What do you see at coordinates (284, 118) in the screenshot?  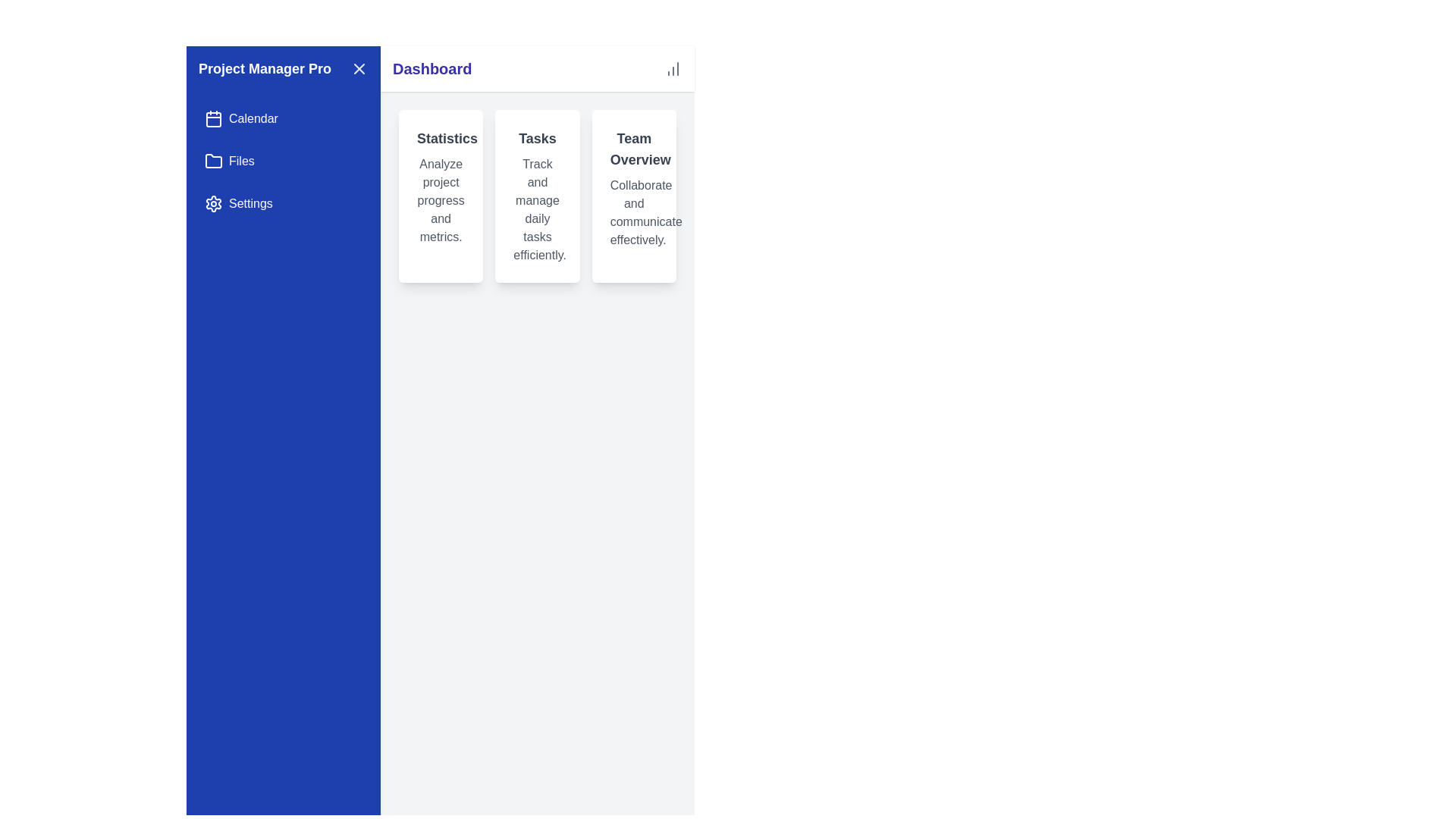 I see `the first navigation button in the vertical menu` at bounding box center [284, 118].